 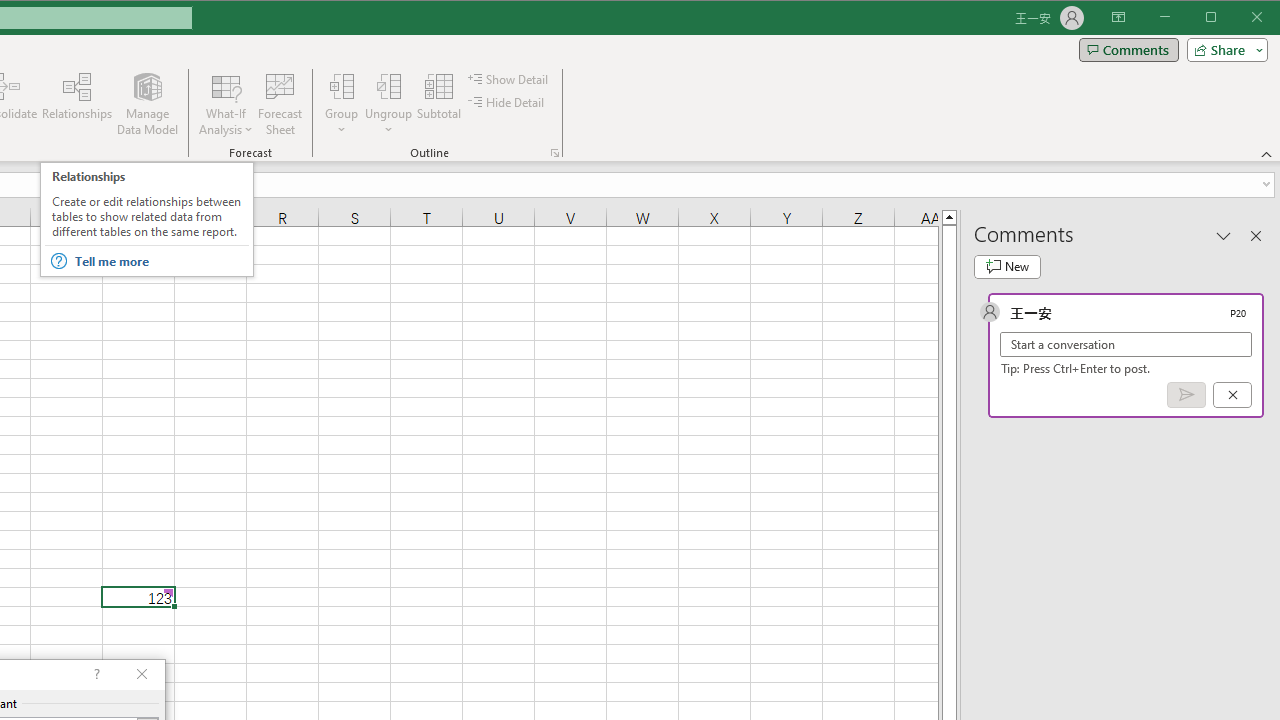 What do you see at coordinates (1126, 343) in the screenshot?
I see `'Start a conversation'` at bounding box center [1126, 343].